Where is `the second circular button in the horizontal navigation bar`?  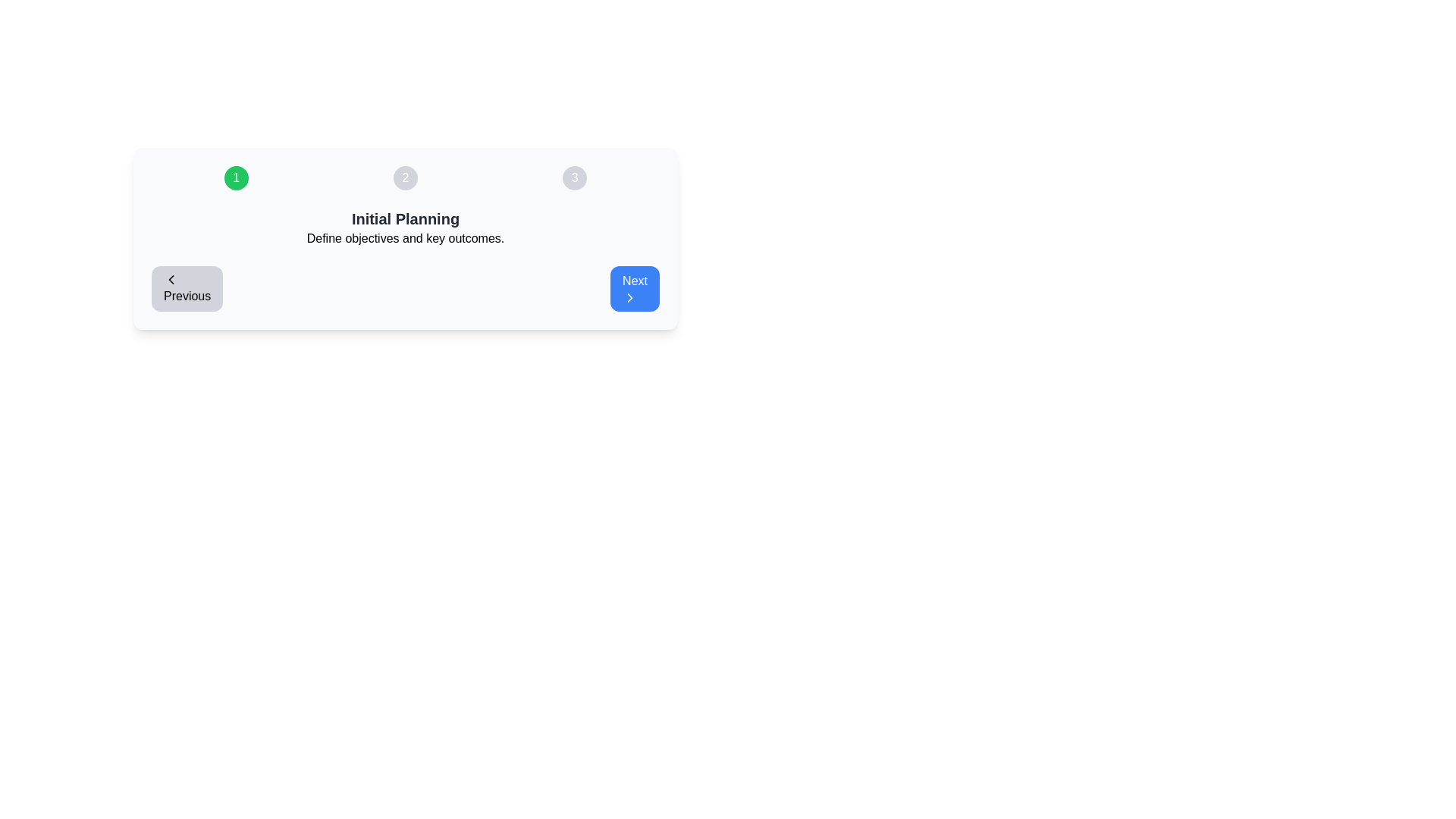
the second circular button in the horizontal navigation bar is located at coordinates (405, 177).